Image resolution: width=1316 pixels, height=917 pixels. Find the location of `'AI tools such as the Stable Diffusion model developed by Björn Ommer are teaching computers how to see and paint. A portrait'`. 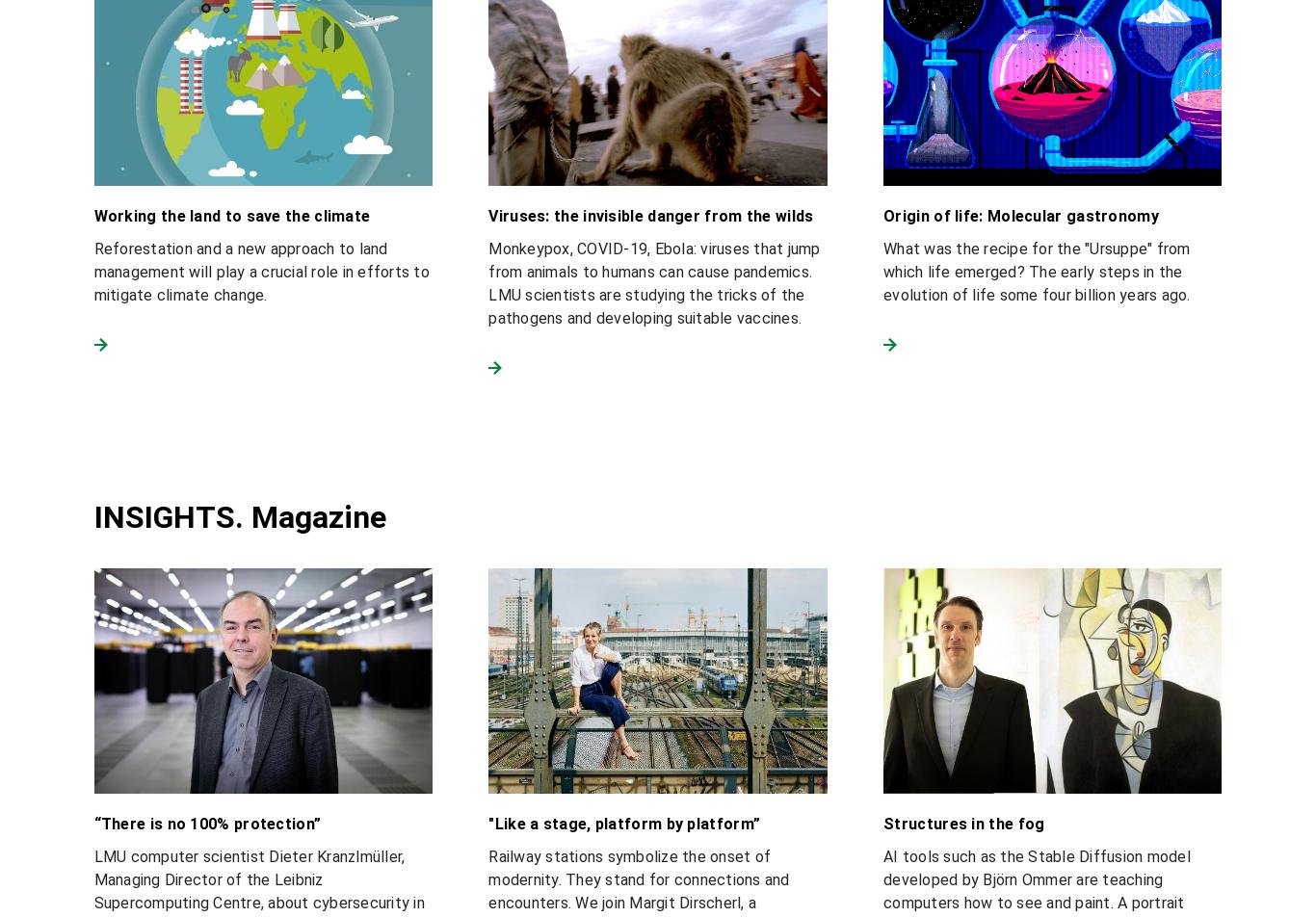

'AI tools such as the Stable Diffusion model developed by Björn Ommer are teaching computers how to see and paint. A portrait' is located at coordinates (1035, 879).